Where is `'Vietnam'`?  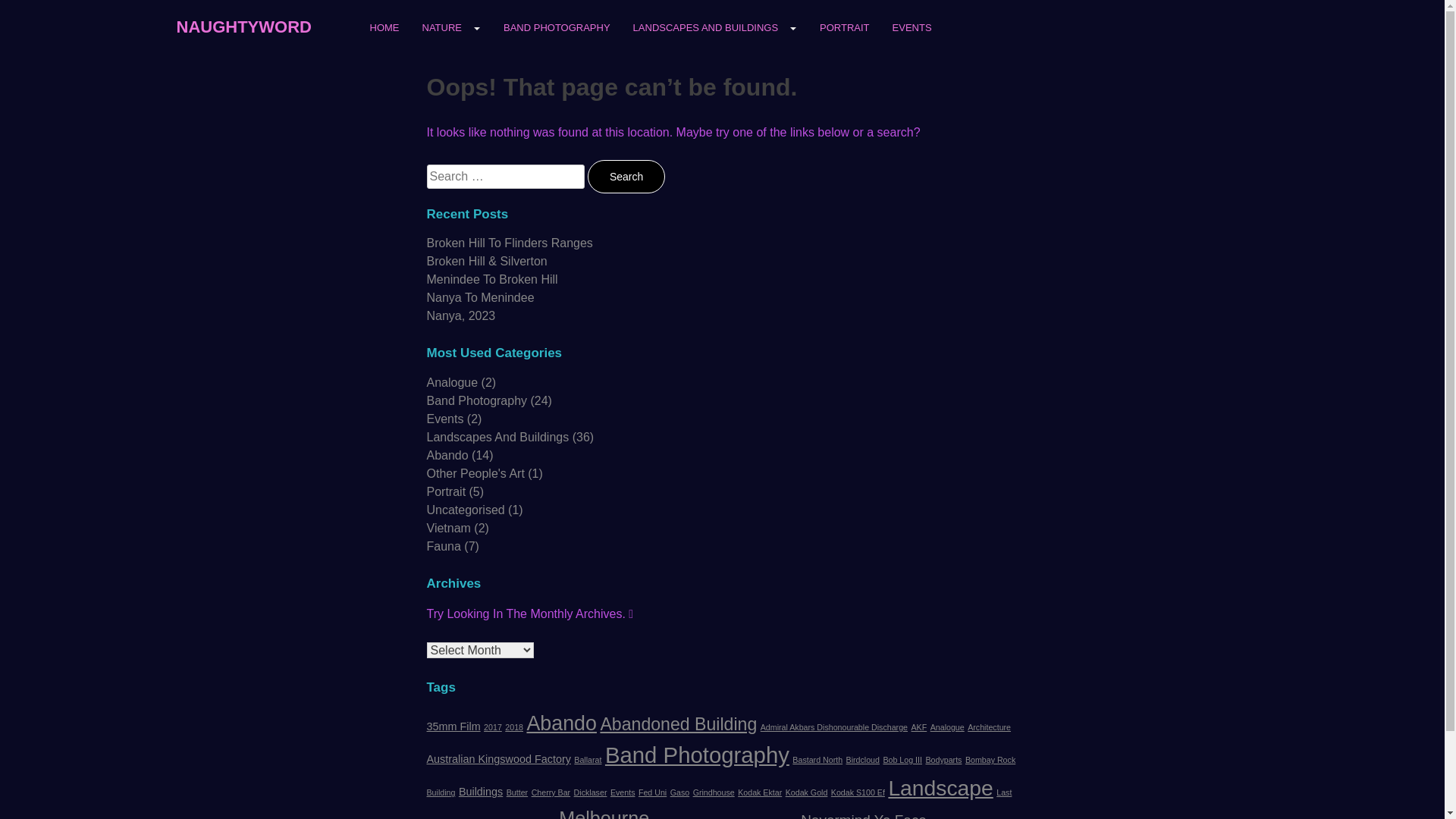
'Vietnam' is located at coordinates (425, 527).